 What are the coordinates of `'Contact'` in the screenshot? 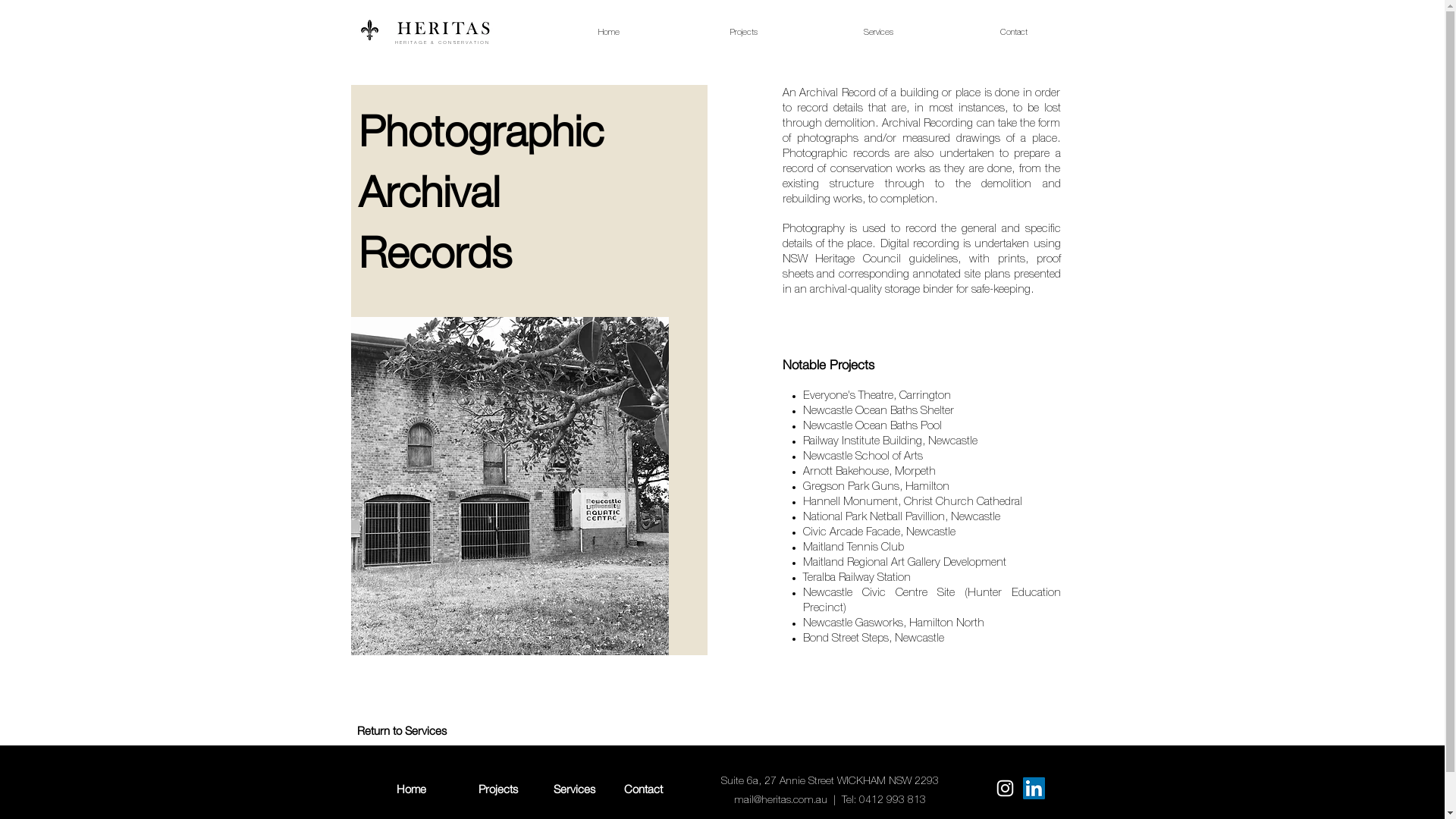 It's located at (643, 788).